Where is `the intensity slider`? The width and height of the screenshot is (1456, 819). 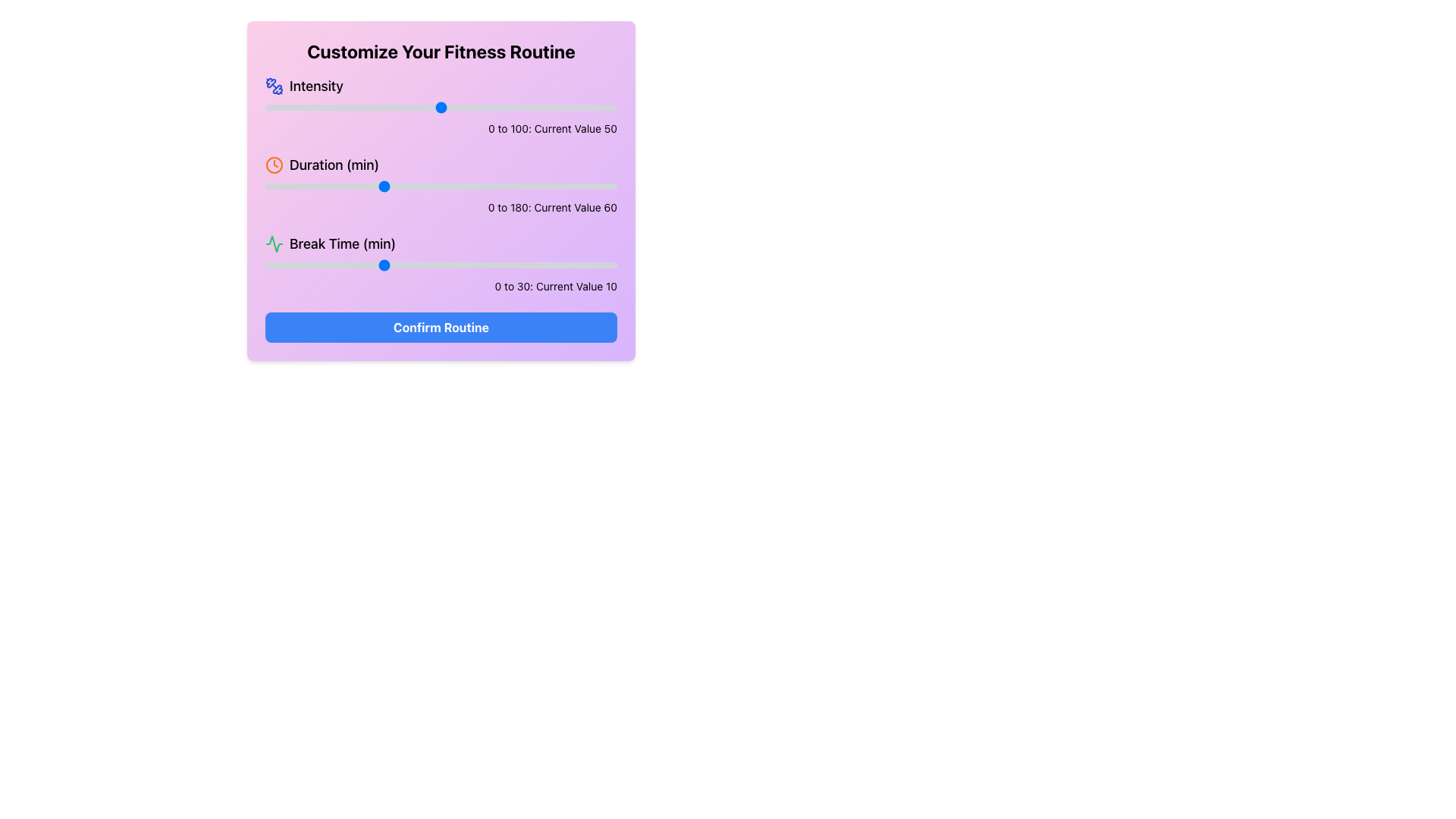 the intensity slider is located at coordinates (384, 107).